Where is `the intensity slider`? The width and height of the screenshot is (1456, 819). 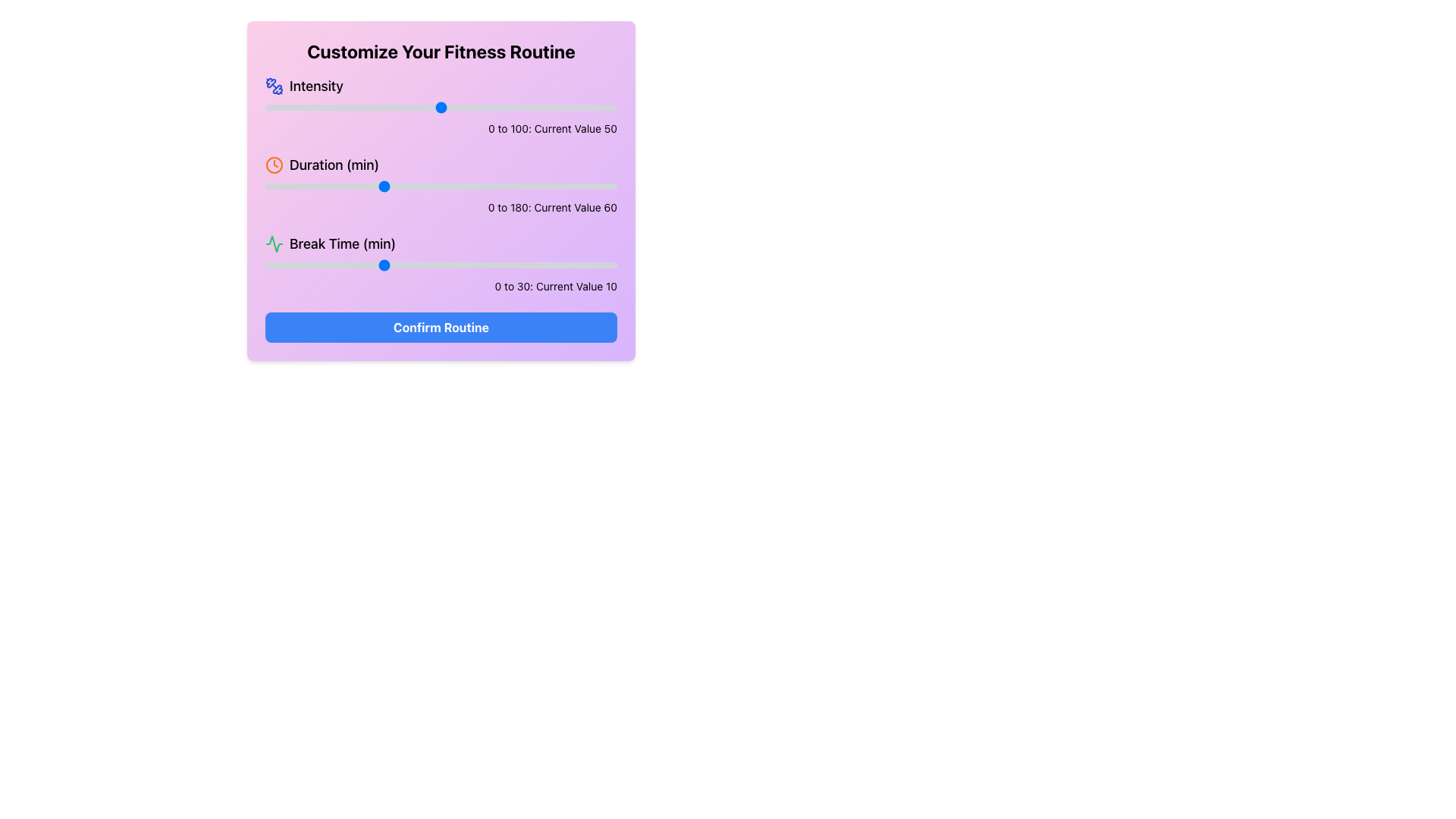 the intensity slider is located at coordinates (384, 107).